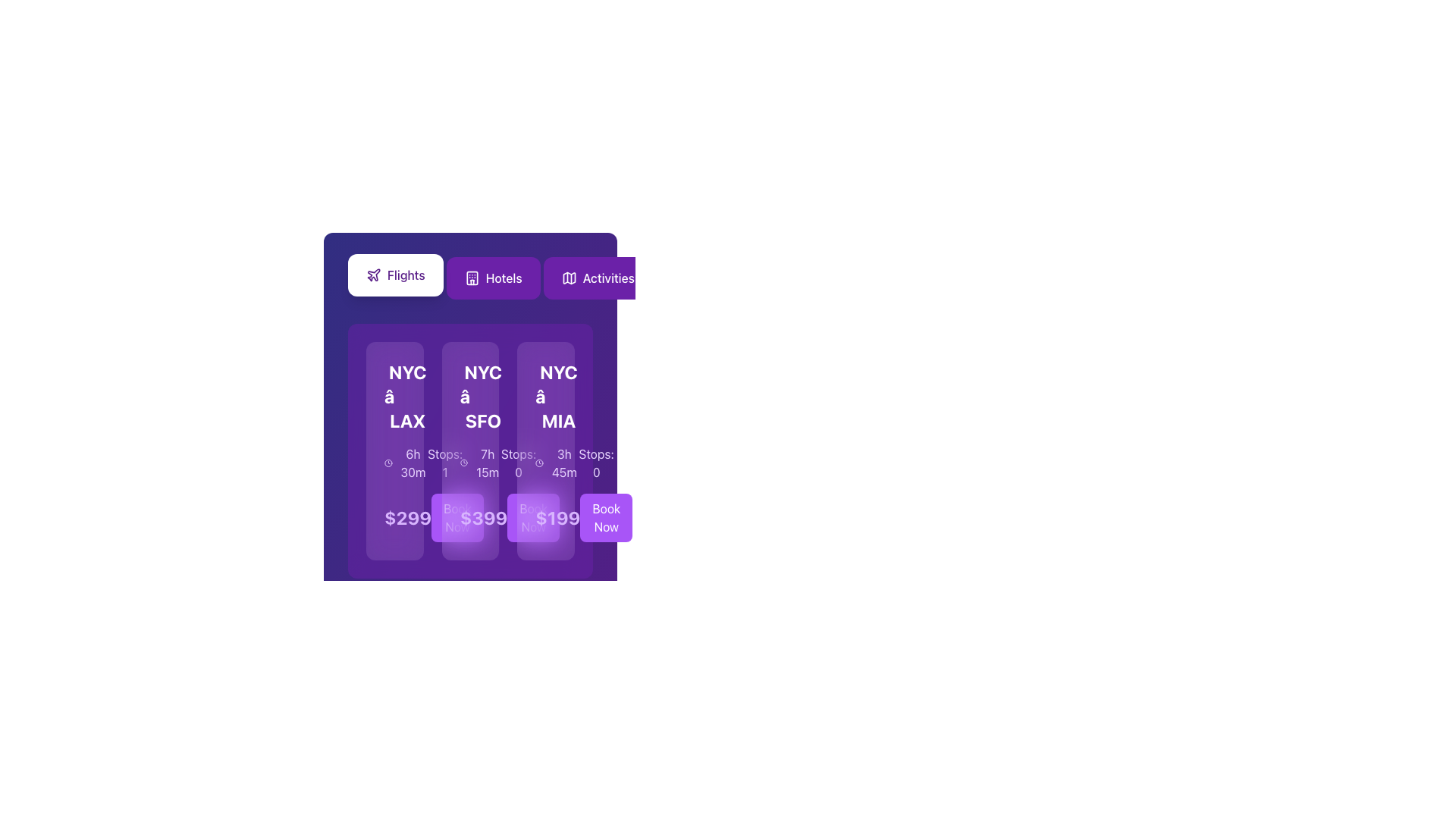 Image resolution: width=1456 pixels, height=819 pixels. What do you see at coordinates (444, 462) in the screenshot?
I see `the static text label displaying 'Stops: 1' in white on a purple background, located under '6h 30m' in the flight information section` at bounding box center [444, 462].